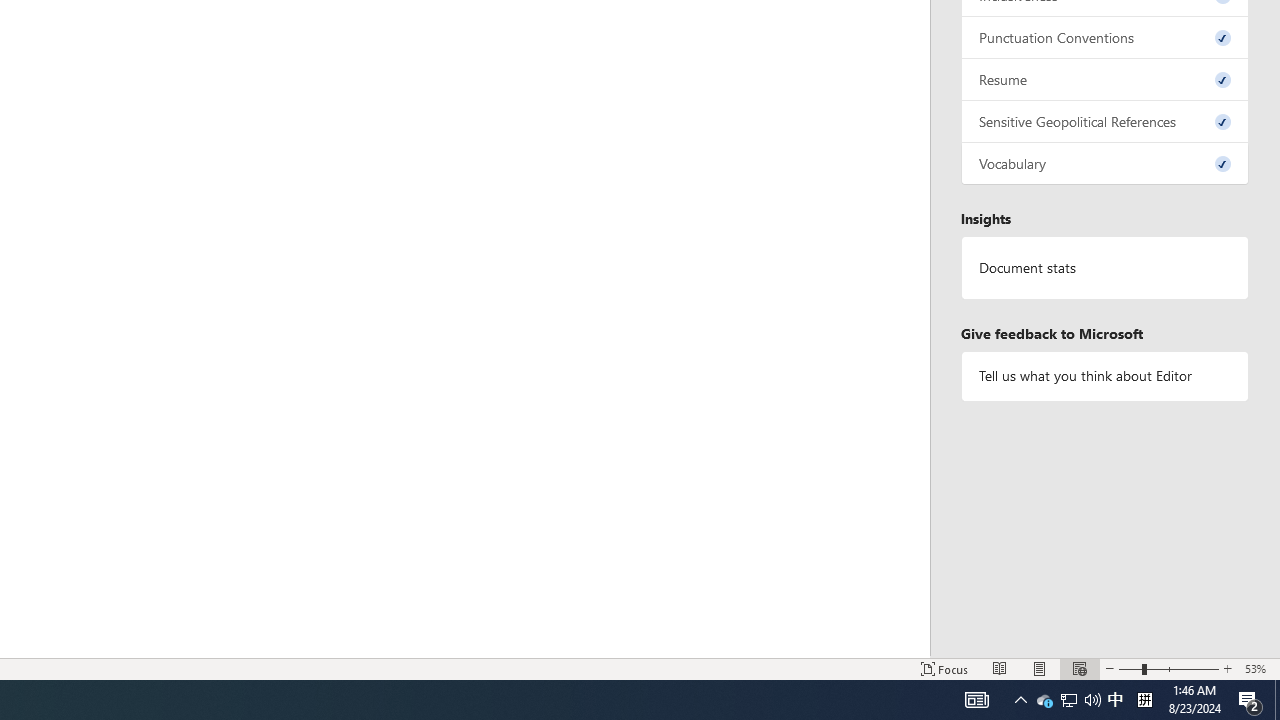 This screenshot has width=1280, height=720. Describe the element at coordinates (1104, 376) in the screenshot. I see `'Tell us what you think about Editor'` at that location.